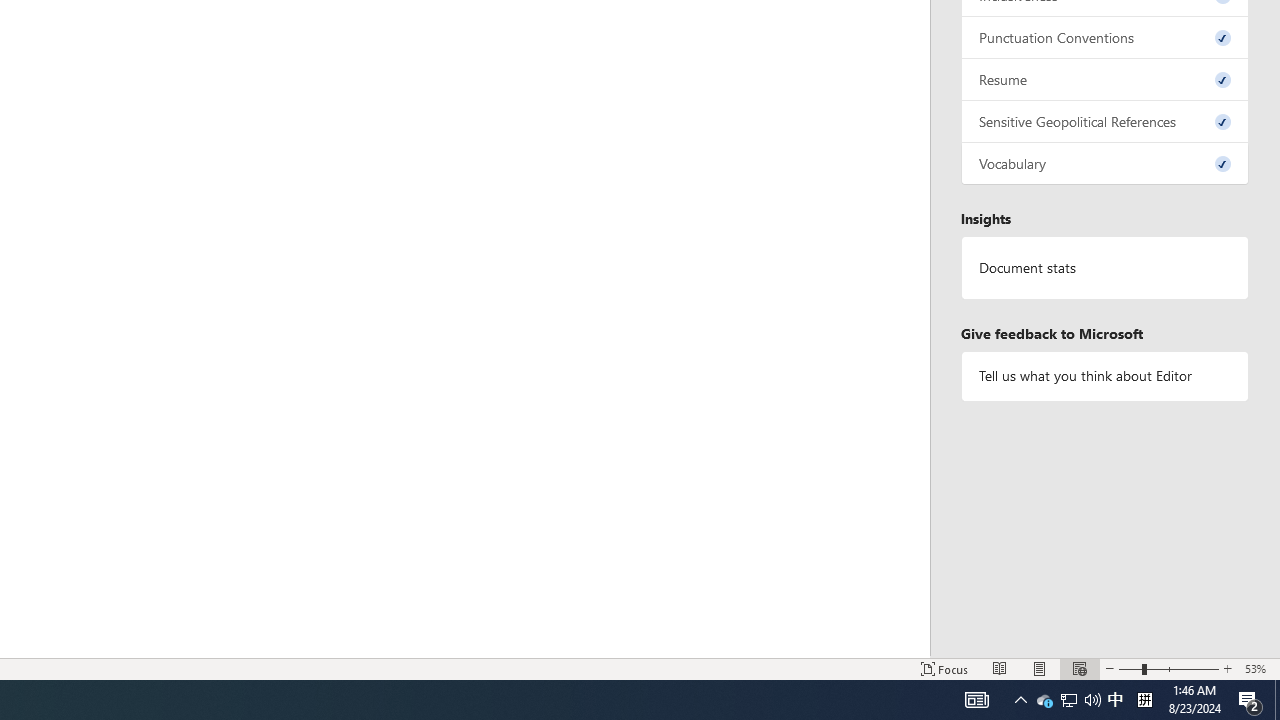 This screenshot has width=1280, height=720. Describe the element at coordinates (1104, 376) in the screenshot. I see `'Tell us what you think about Editor'` at that location.